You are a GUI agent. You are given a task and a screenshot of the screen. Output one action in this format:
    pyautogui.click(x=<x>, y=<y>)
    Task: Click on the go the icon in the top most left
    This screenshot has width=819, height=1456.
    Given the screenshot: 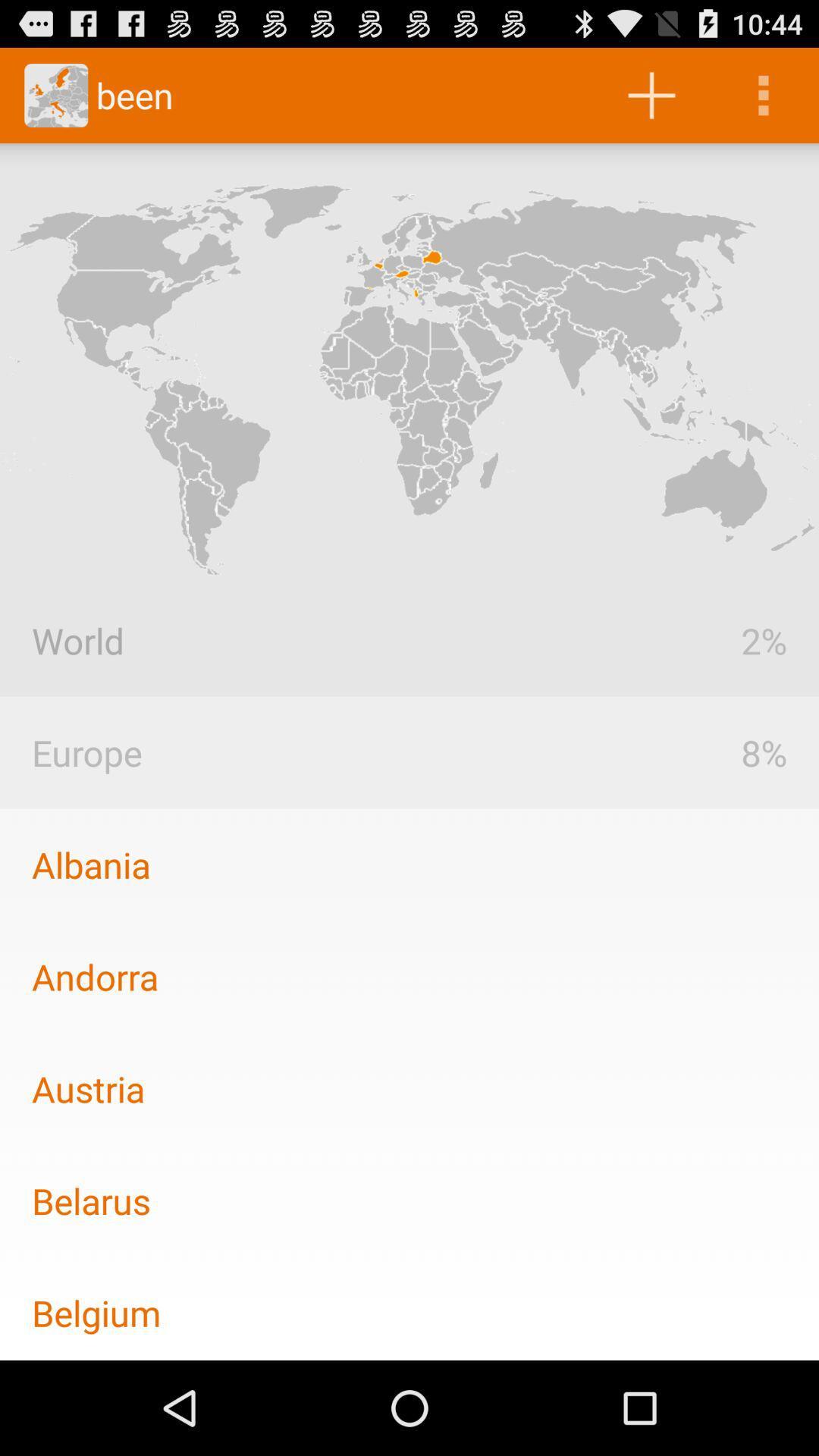 What is the action you would take?
    pyautogui.click(x=55, y=94)
    